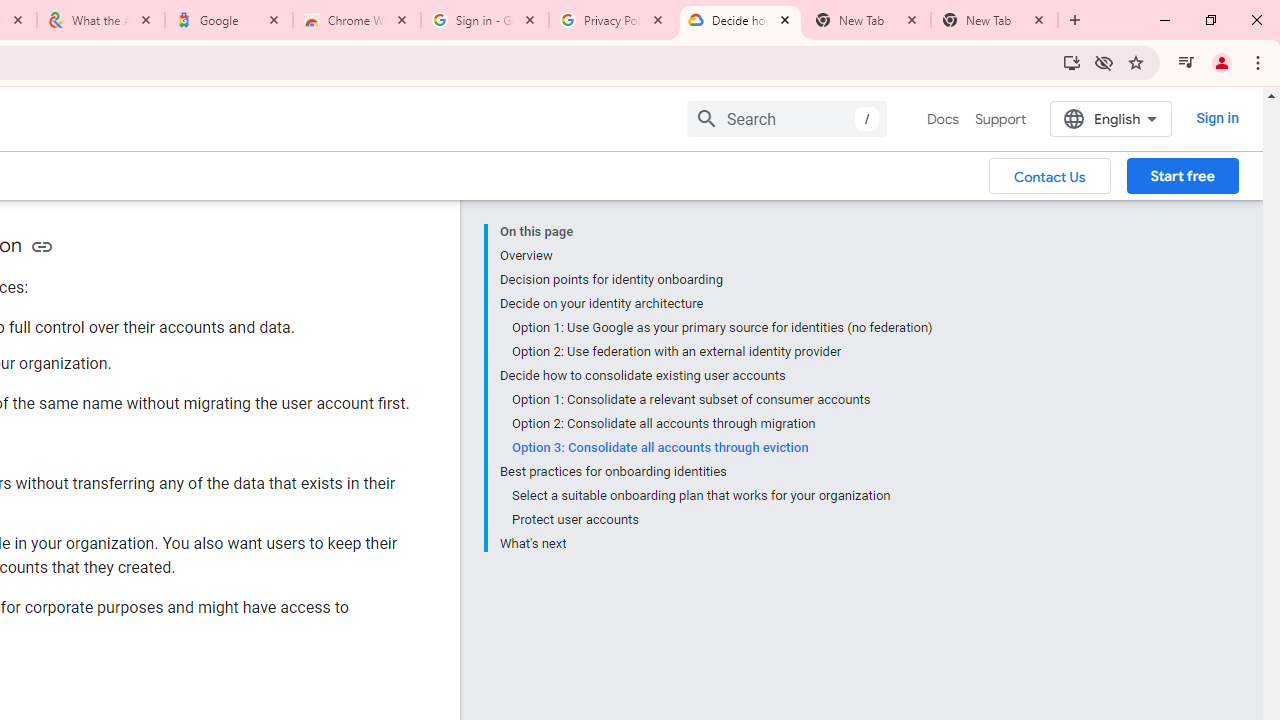 The image size is (1280, 720). I want to click on 'Google', so click(229, 20).